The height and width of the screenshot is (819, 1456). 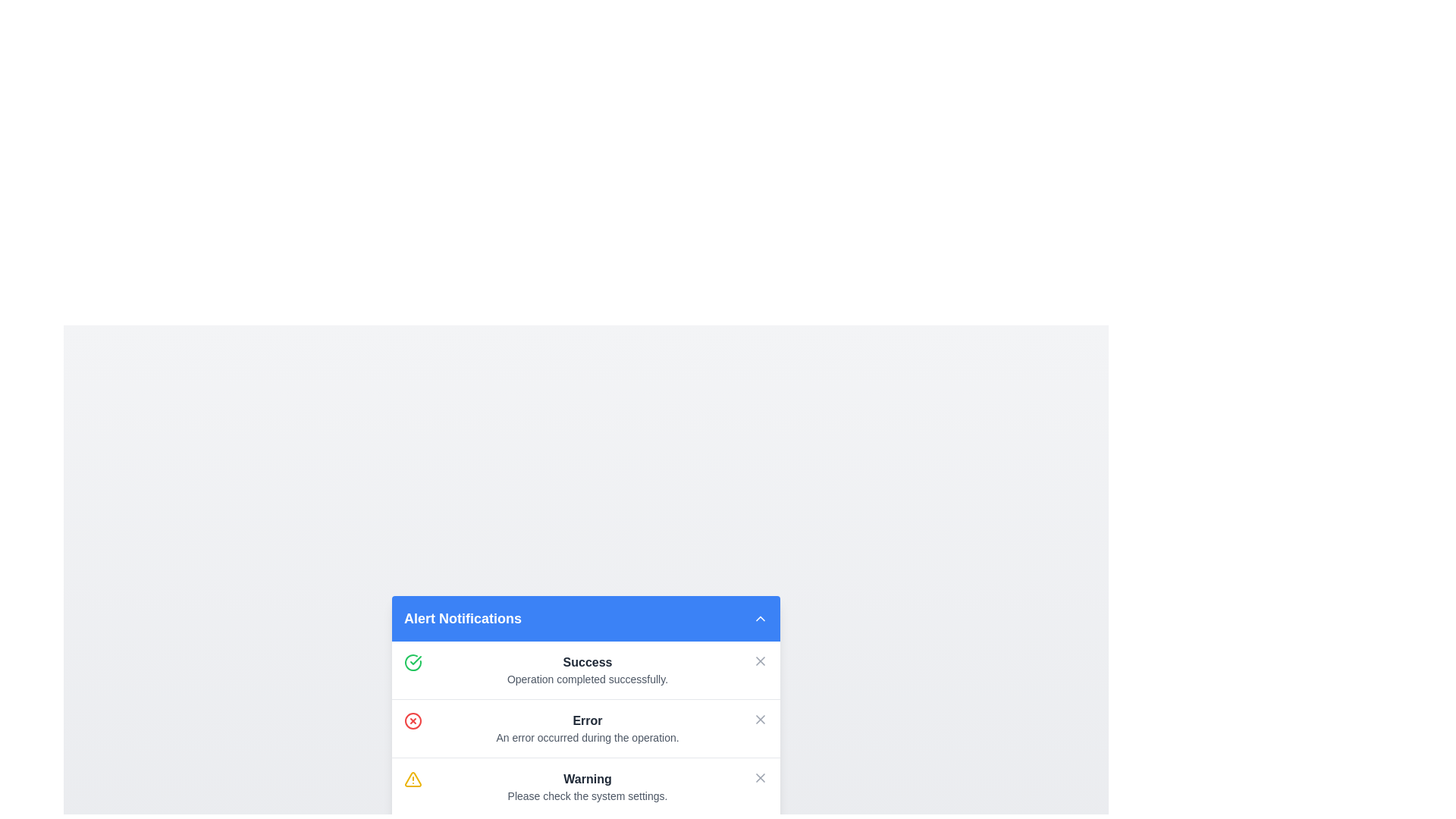 I want to click on the 'X' shaped Close button icon located beside the 'Success' notification in the notification list, so click(x=761, y=660).